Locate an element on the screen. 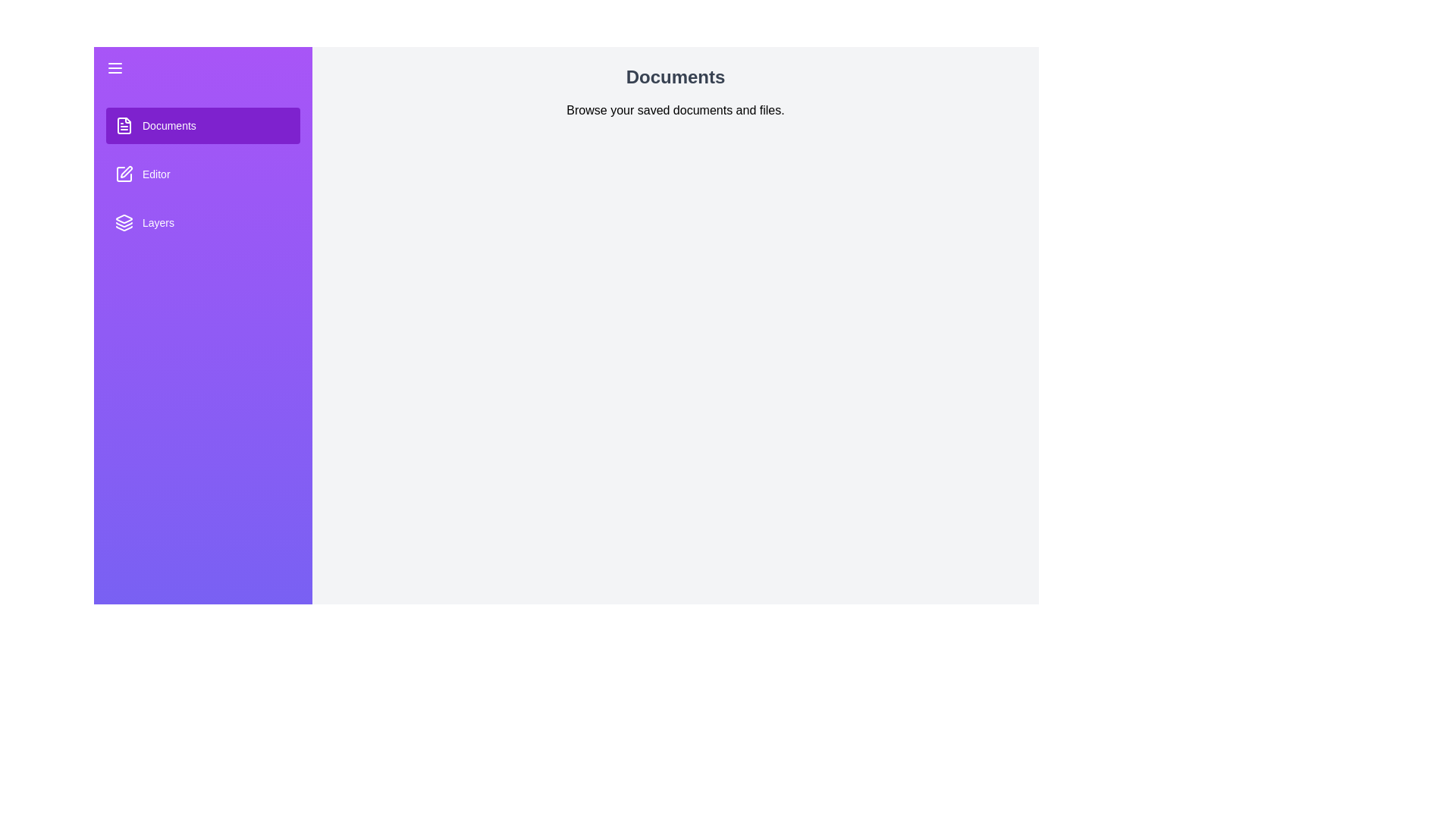 Image resolution: width=1456 pixels, height=819 pixels. the section icon for Editor to inspect it is located at coordinates (124, 174).